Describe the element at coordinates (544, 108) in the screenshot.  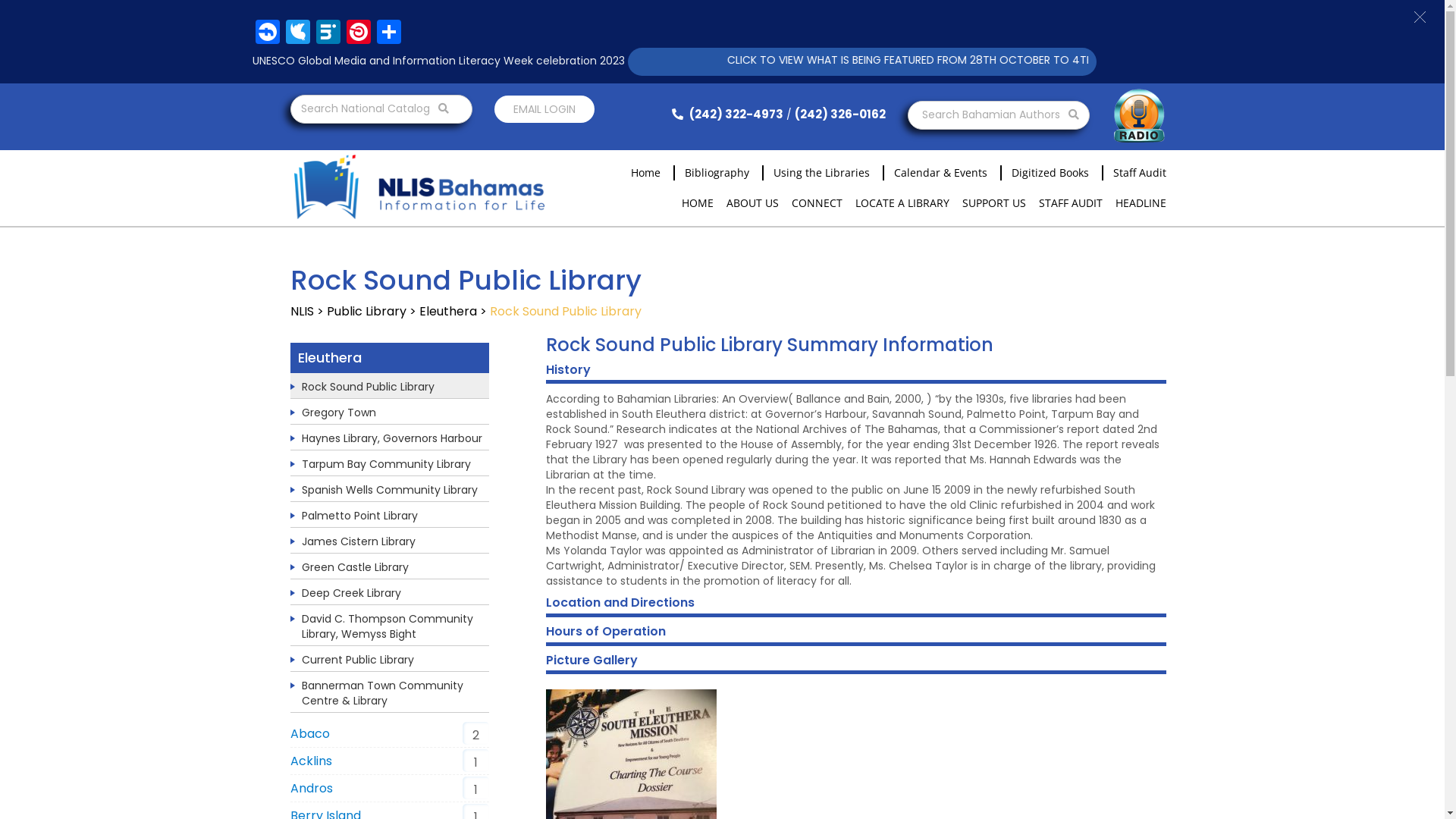
I see `'EMAIL LOGIN'` at that location.